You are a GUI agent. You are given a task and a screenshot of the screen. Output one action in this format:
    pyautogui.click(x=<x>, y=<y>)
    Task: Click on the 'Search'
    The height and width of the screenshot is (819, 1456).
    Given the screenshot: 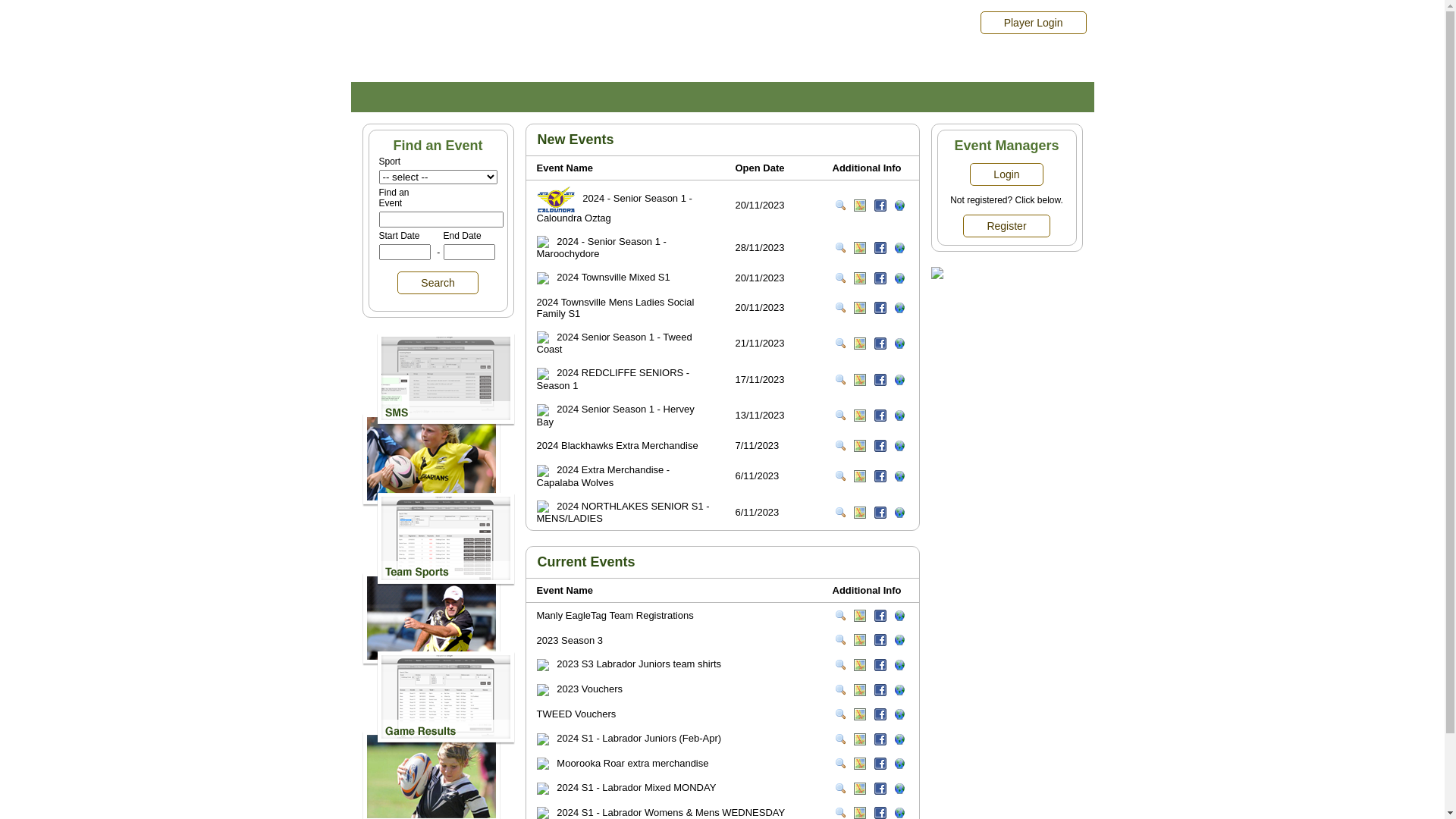 What is the action you would take?
    pyautogui.click(x=397, y=283)
    